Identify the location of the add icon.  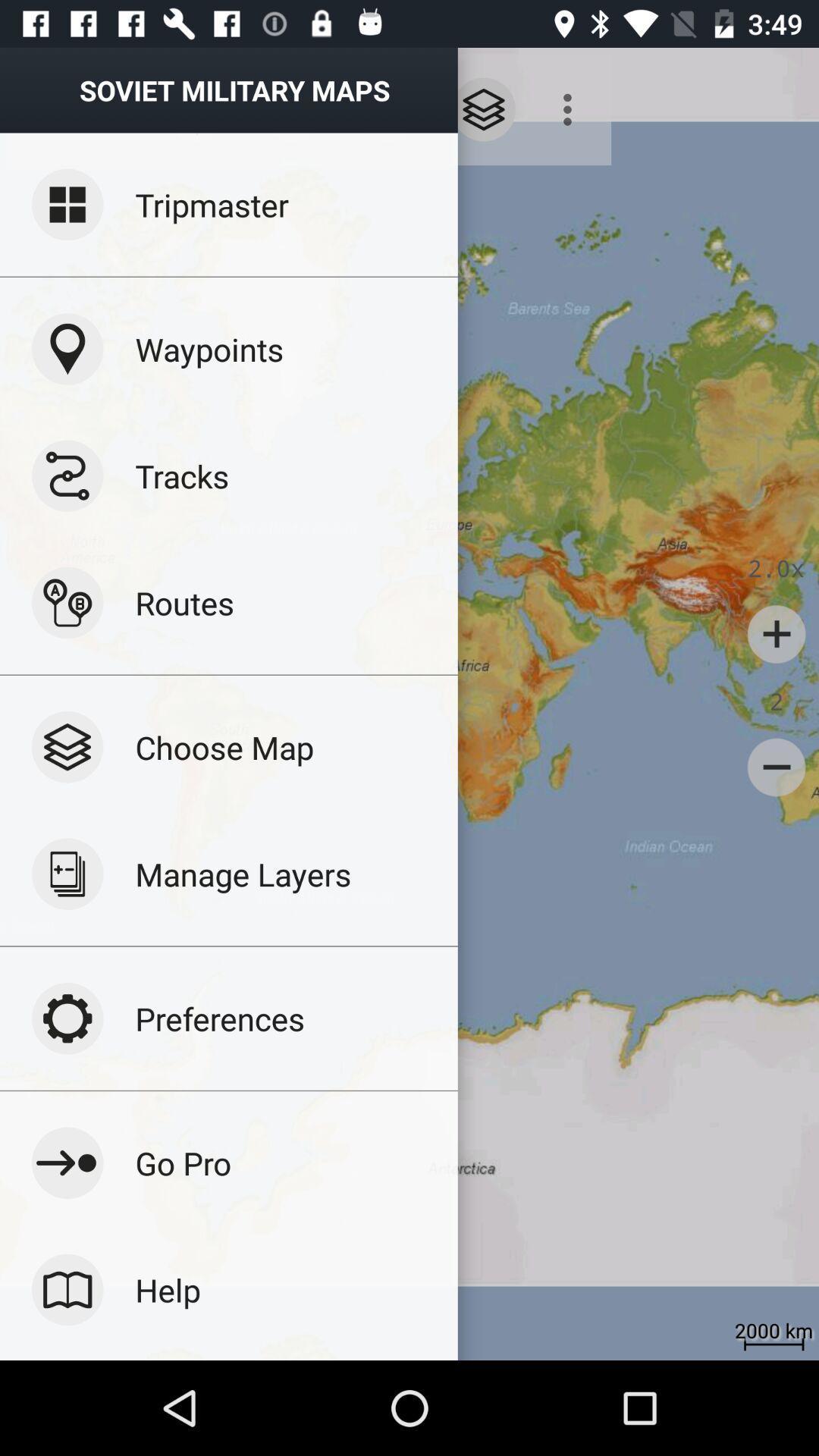
(777, 634).